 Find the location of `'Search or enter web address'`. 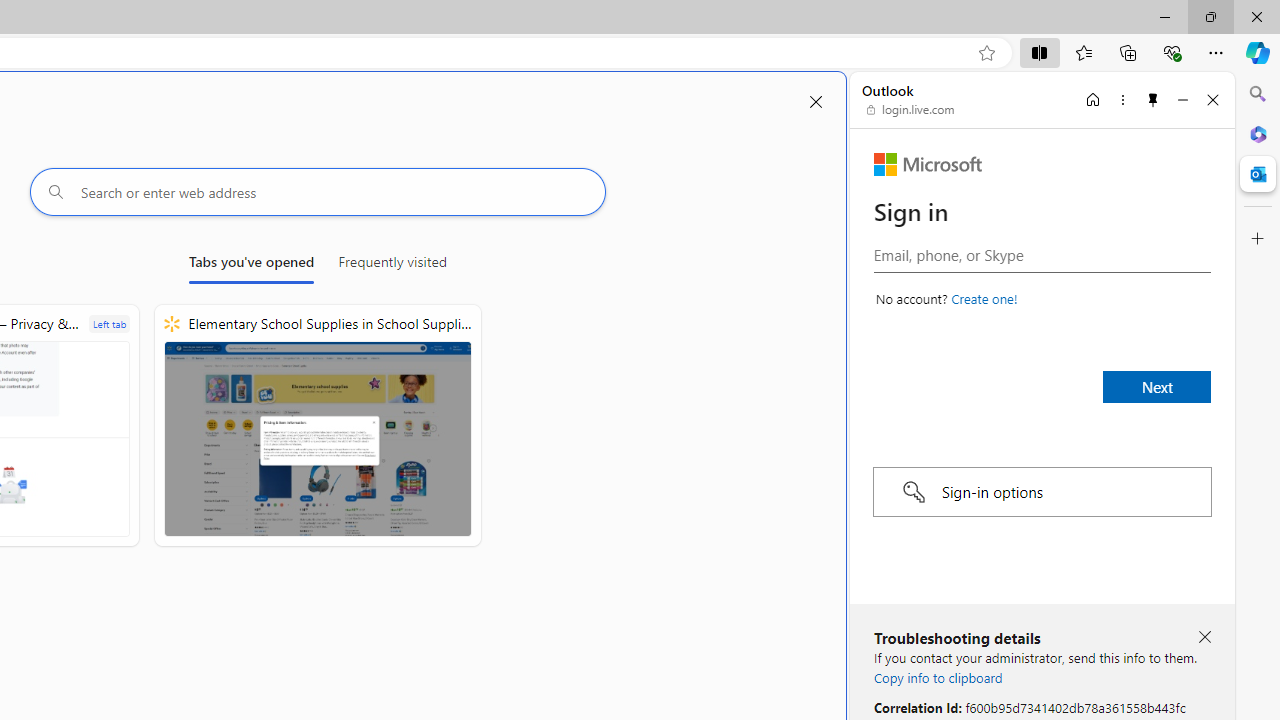

'Search or enter web address' is located at coordinates (316, 191).